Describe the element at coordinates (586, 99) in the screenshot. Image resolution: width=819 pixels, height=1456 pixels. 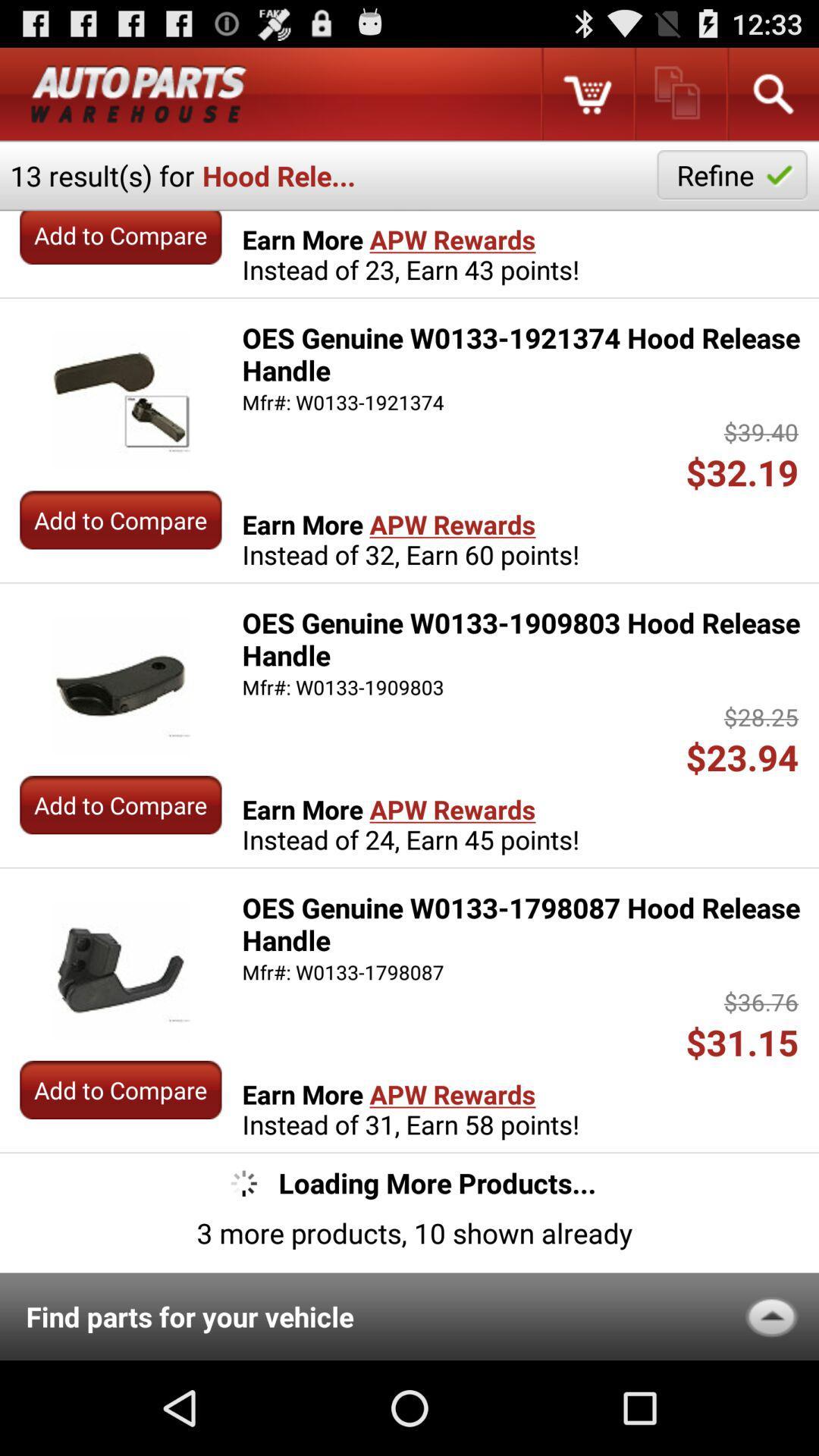
I see `the cart icon` at that location.